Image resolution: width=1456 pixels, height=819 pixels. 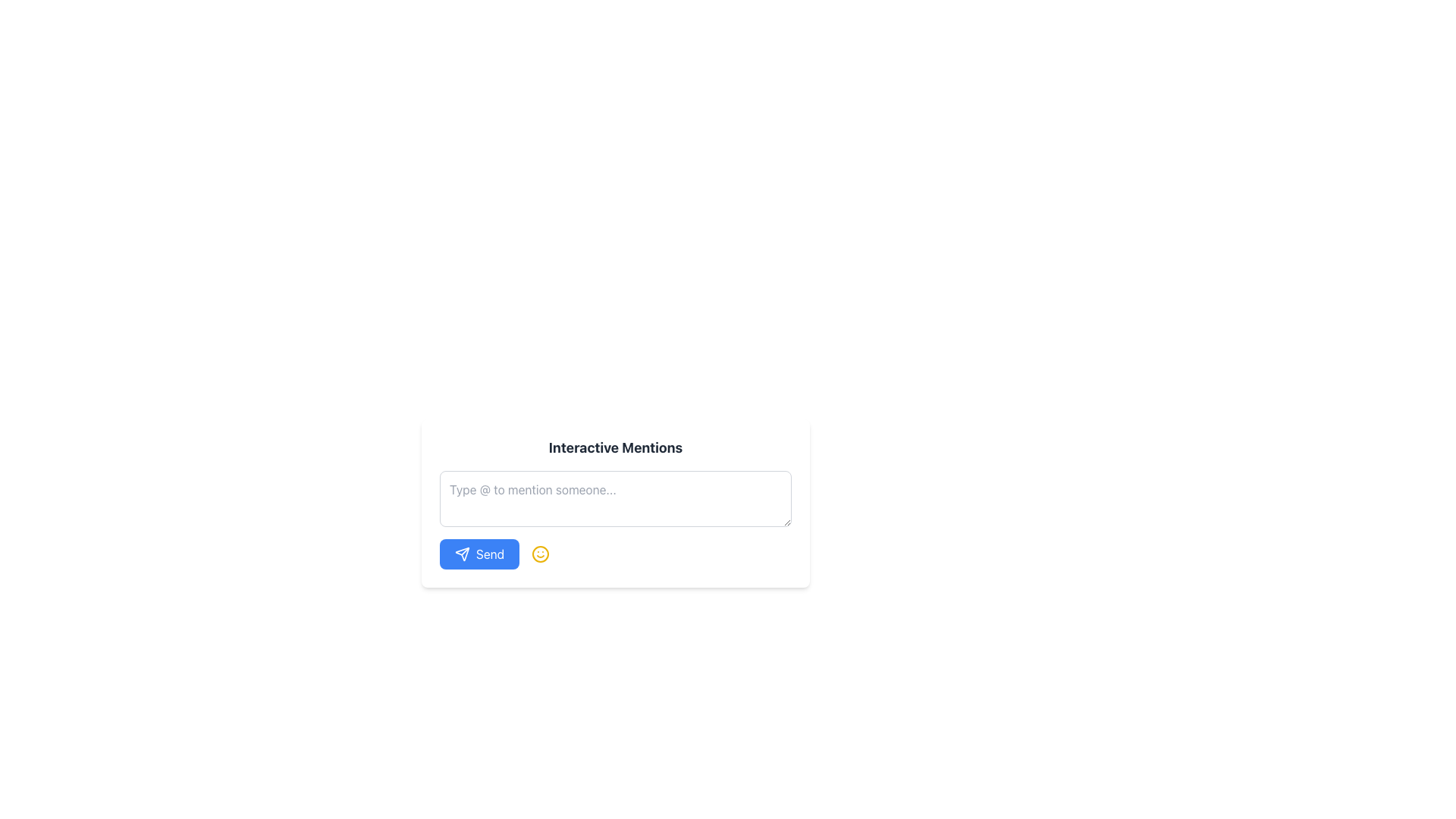 I want to click on the blue 'Send' button that contains the paper airplane icon, so click(x=461, y=554).